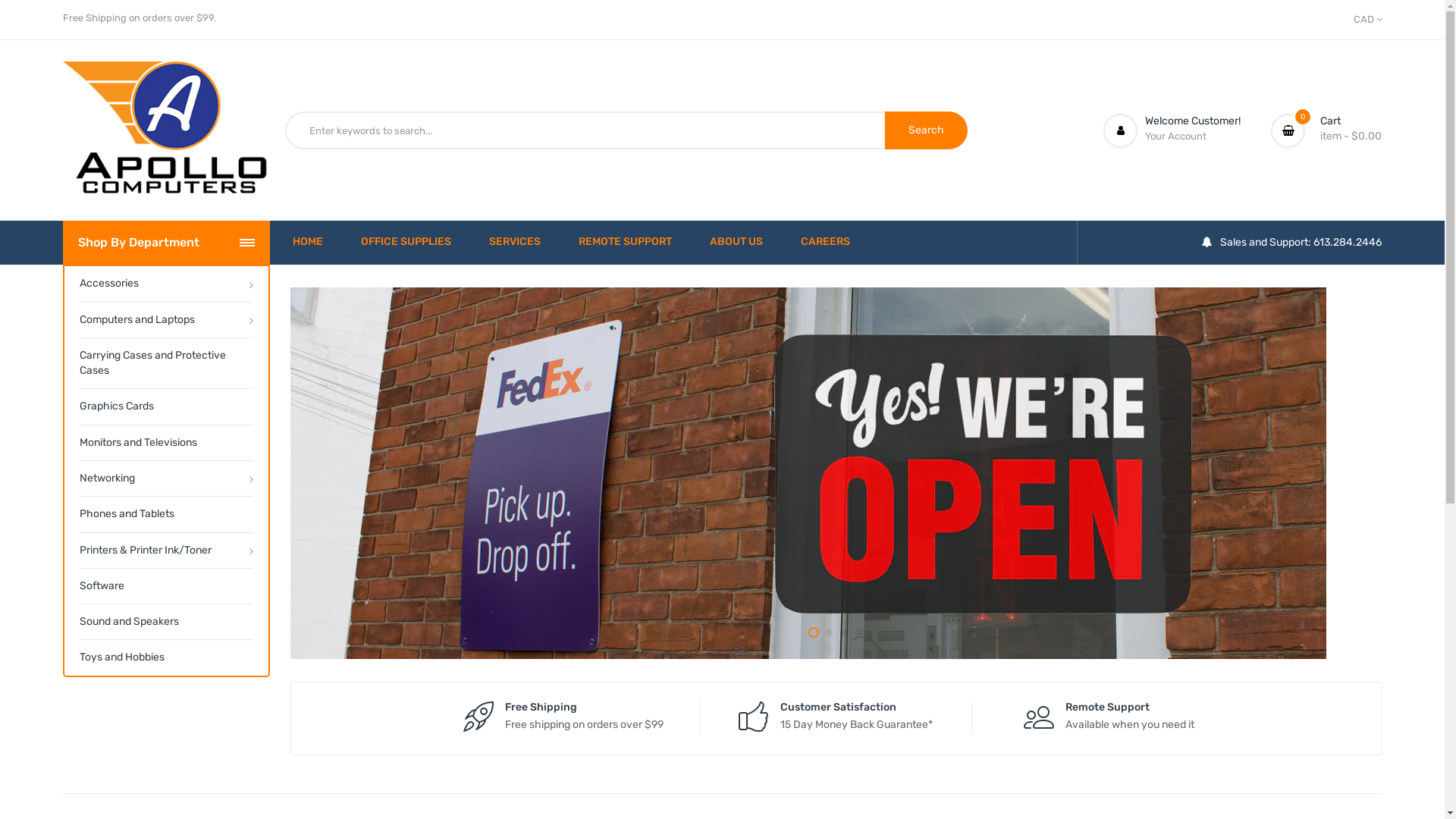  Describe the element at coordinates (165, 362) in the screenshot. I see `'Carrying Cases and Protective Cases'` at that location.